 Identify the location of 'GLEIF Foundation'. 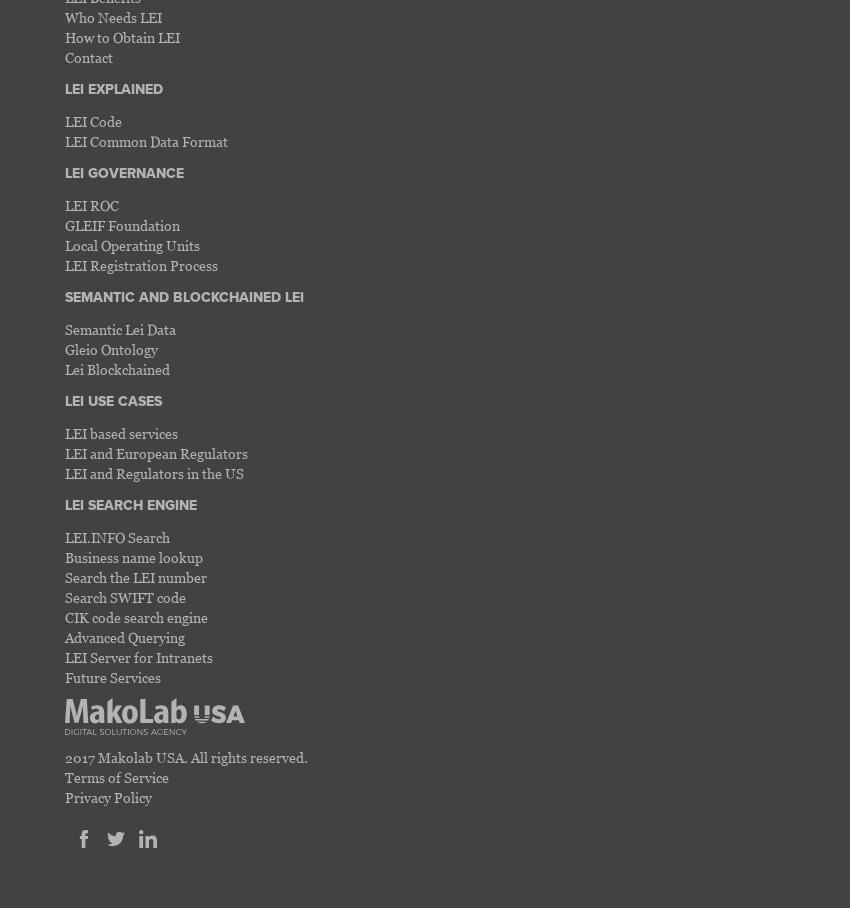
(121, 224).